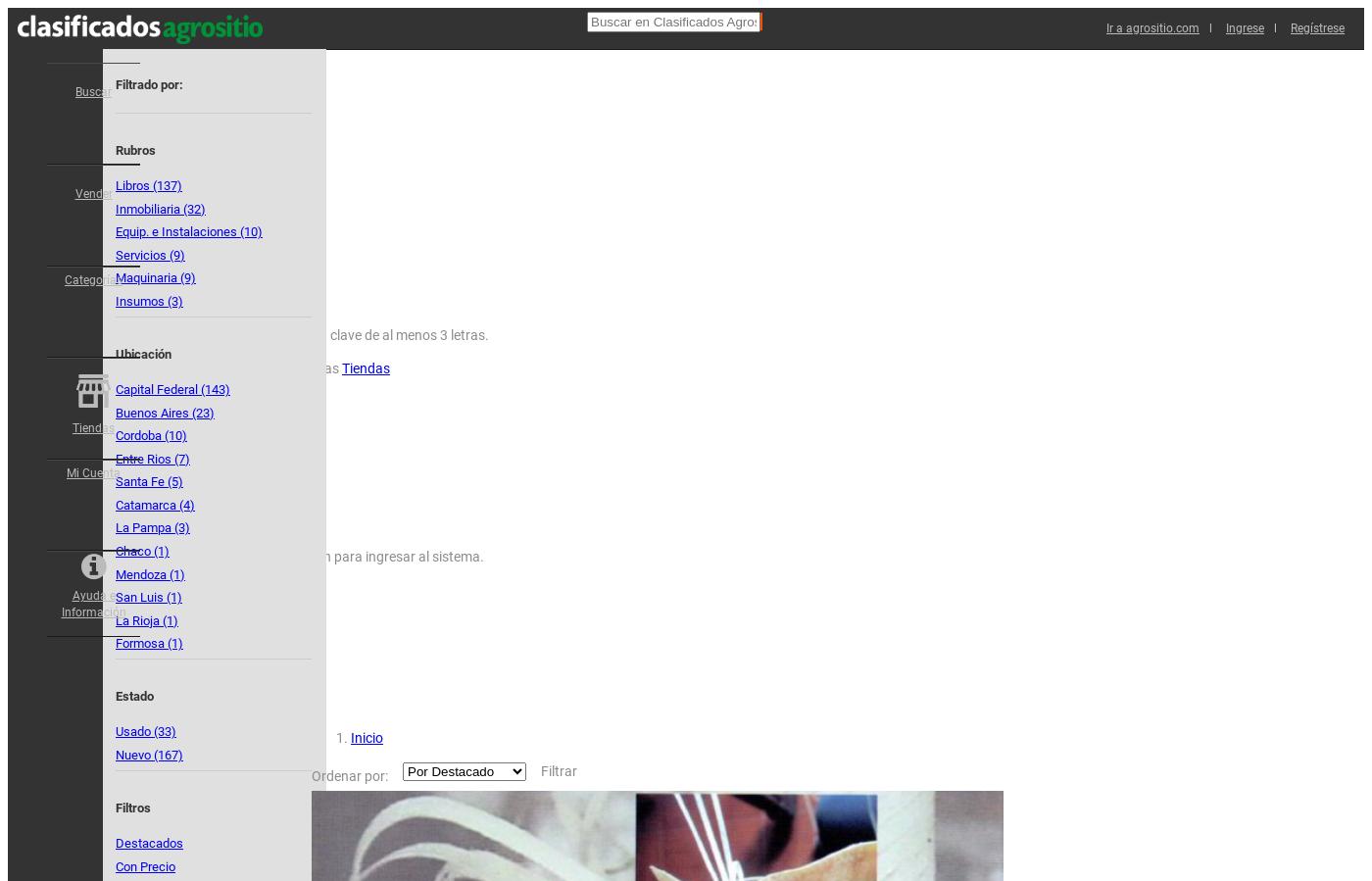 The image size is (1372, 881). Describe the element at coordinates (136, 499) in the screenshot. I see `'Ingrese la dirección de correo electrónico'` at that location.